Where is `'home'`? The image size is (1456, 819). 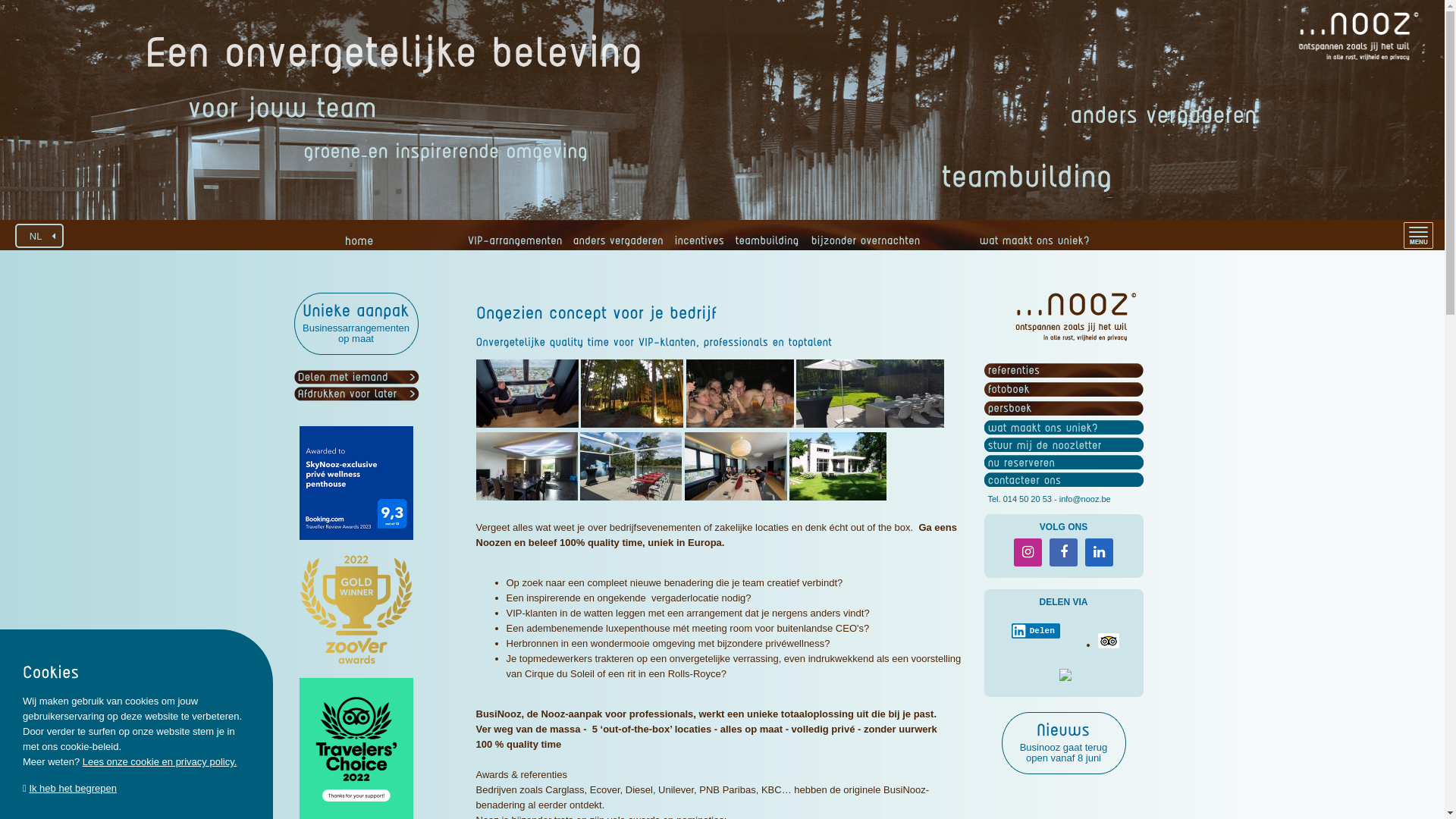 'home' is located at coordinates (358, 239).